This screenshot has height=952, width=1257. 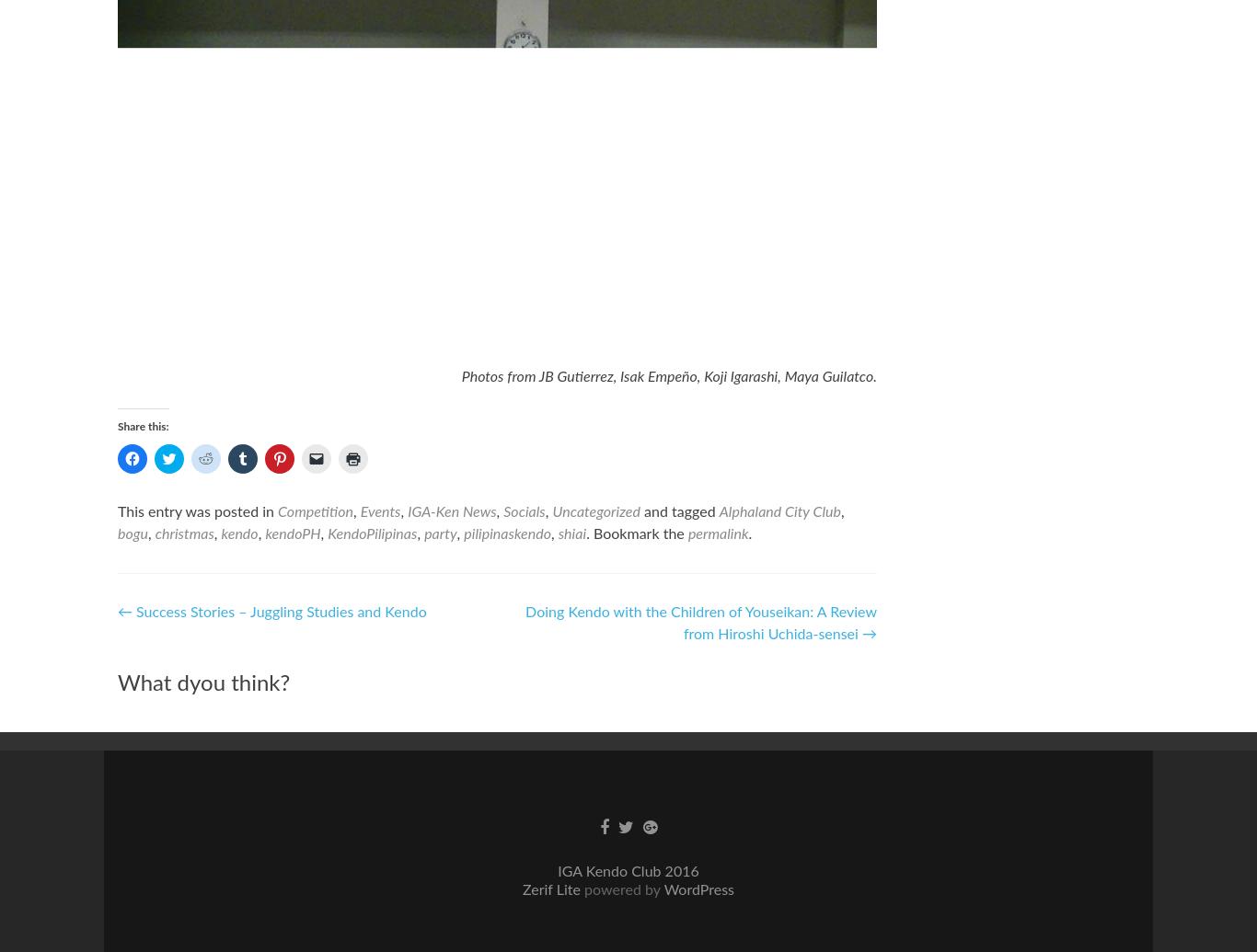 I want to click on 'Competition', so click(x=278, y=511).